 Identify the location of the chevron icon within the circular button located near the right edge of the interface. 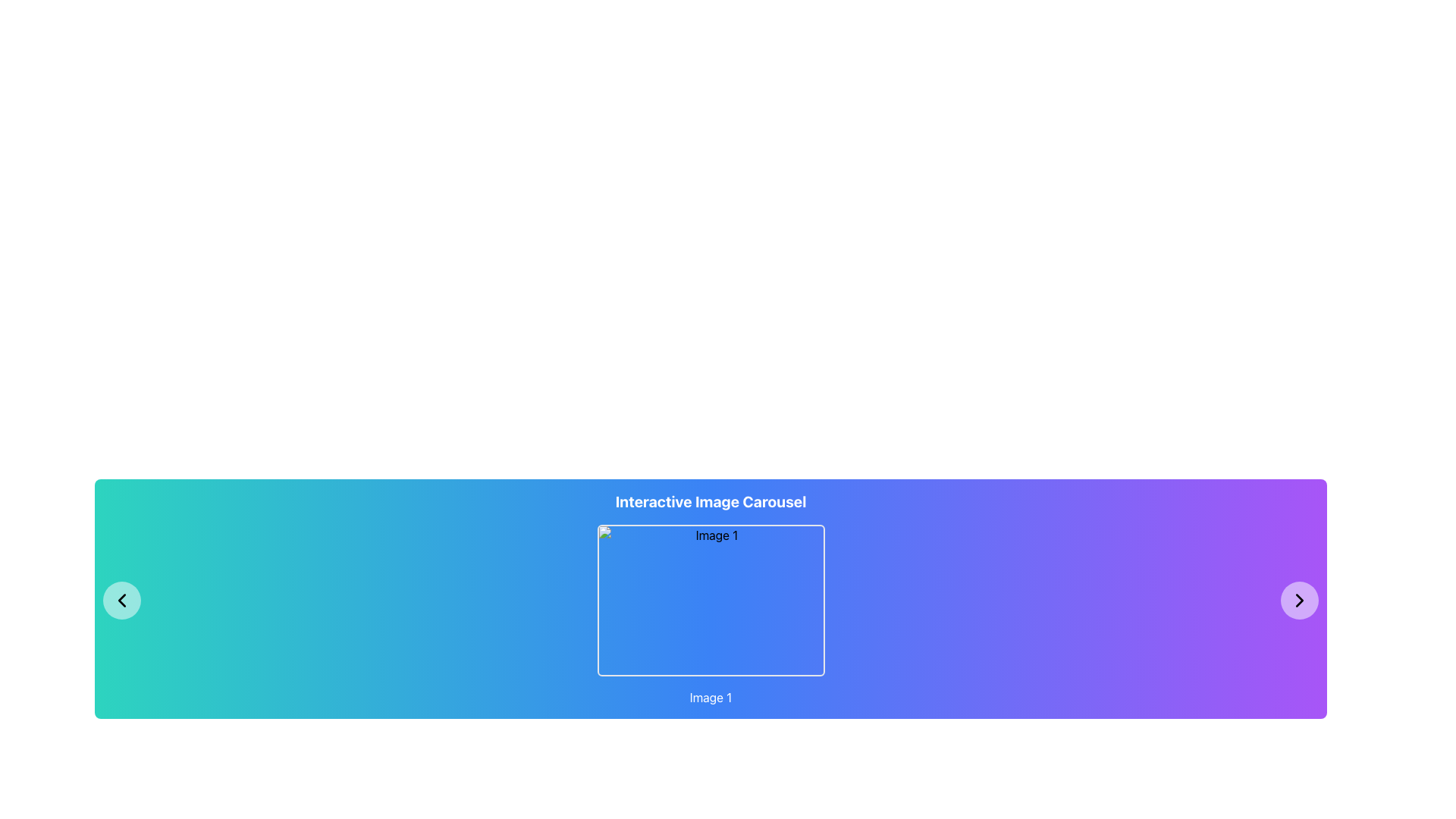
(1298, 599).